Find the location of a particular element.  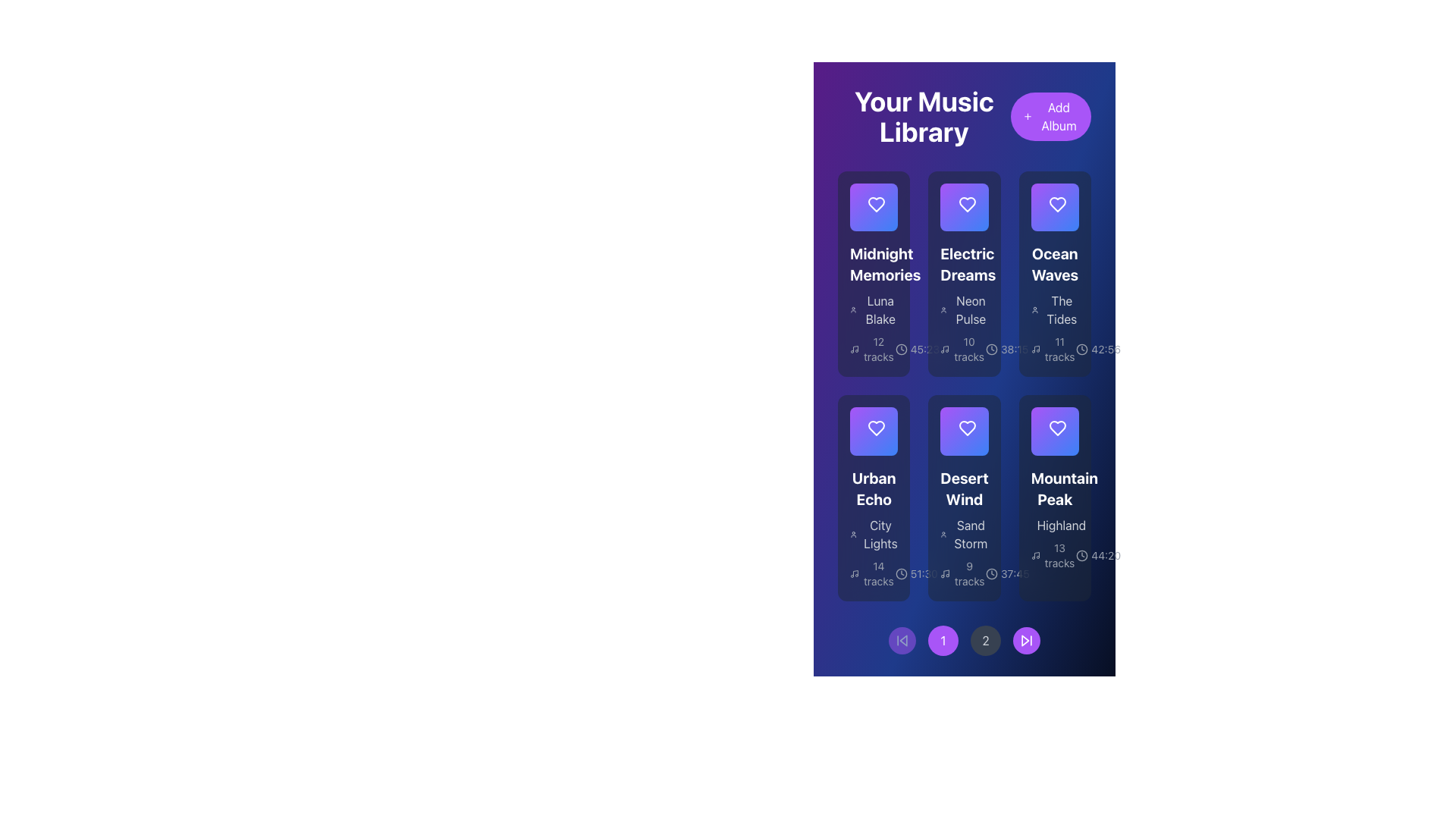

the user icon, which is a small circular representation typically used for user profiles, located to the left of the text 'Sand Storm' is located at coordinates (943, 533).